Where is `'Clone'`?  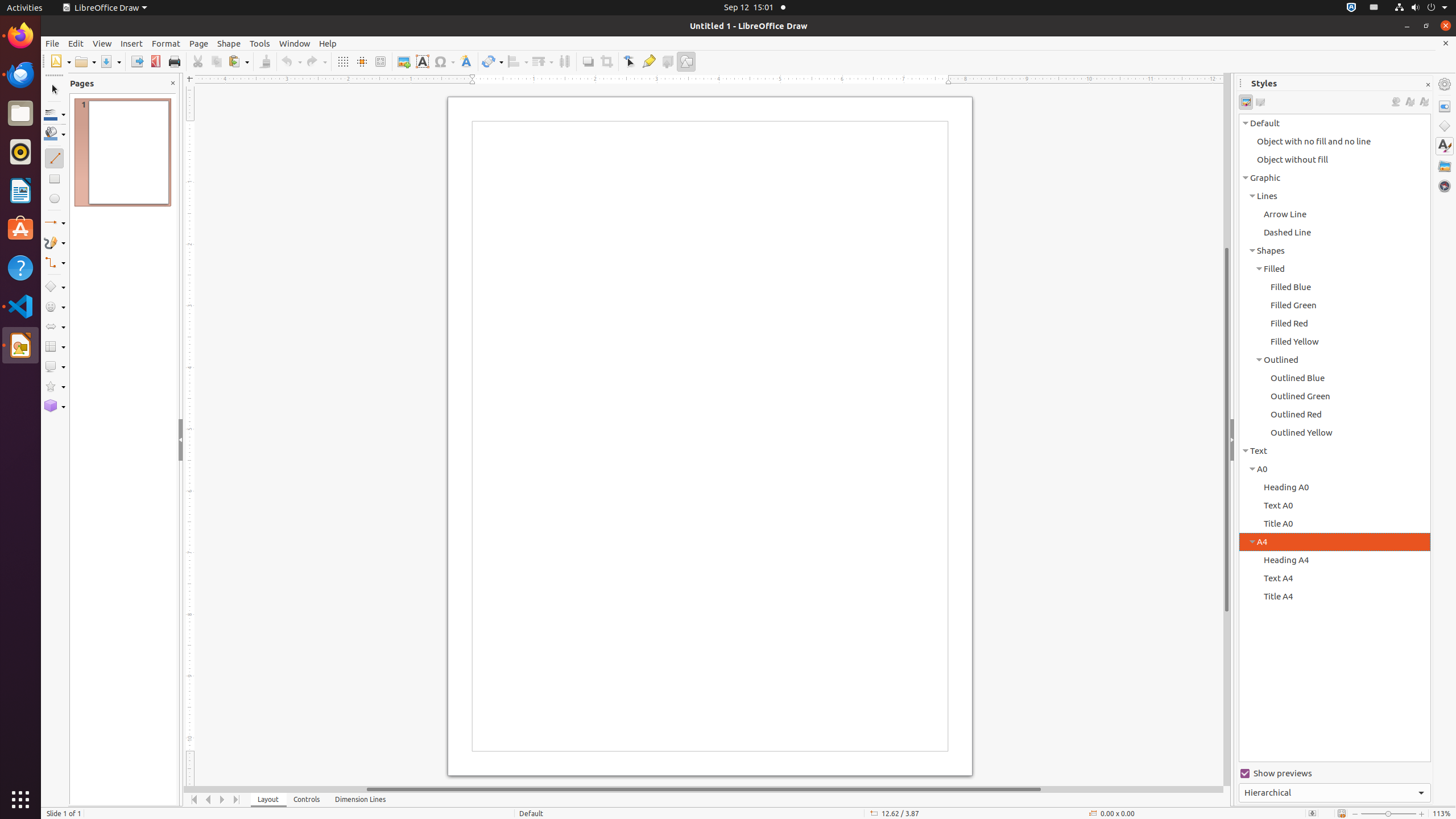 'Clone' is located at coordinates (264, 61).